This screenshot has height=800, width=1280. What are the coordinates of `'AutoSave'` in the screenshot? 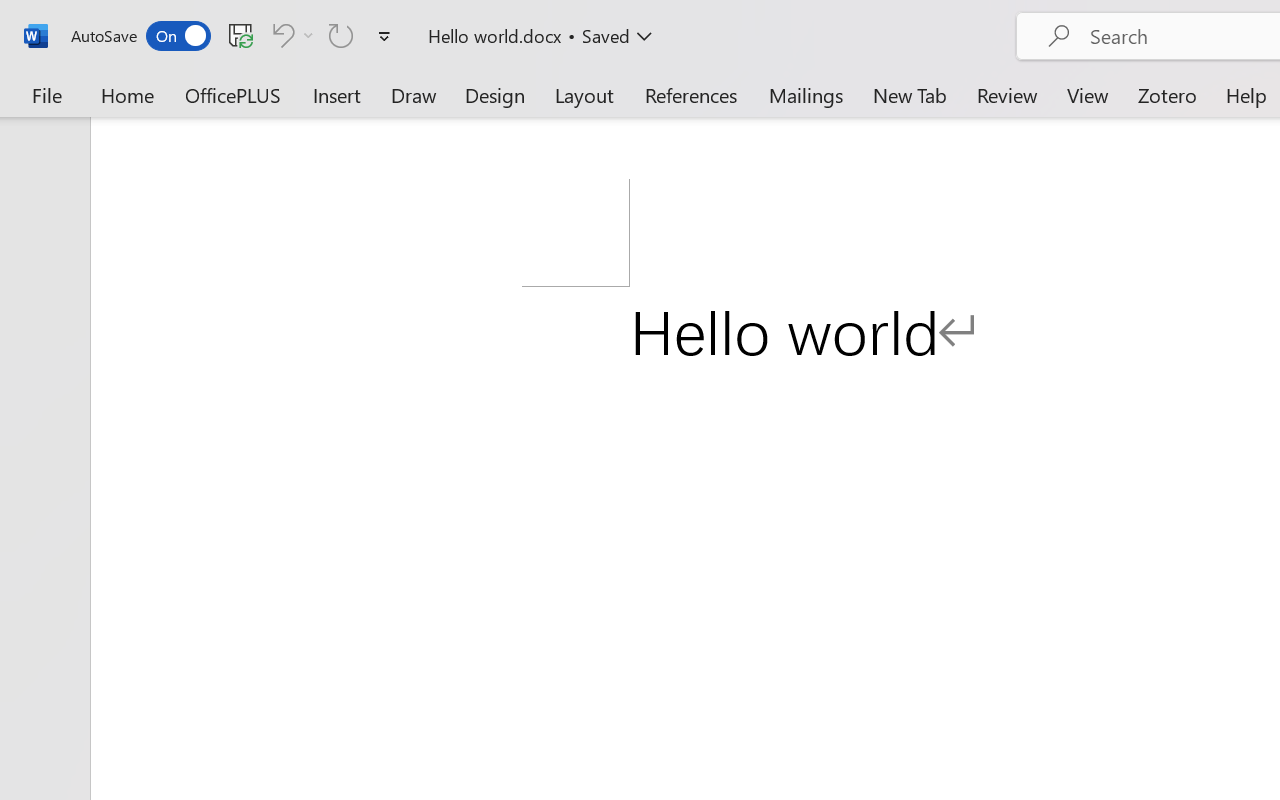 It's located at (139, 35).